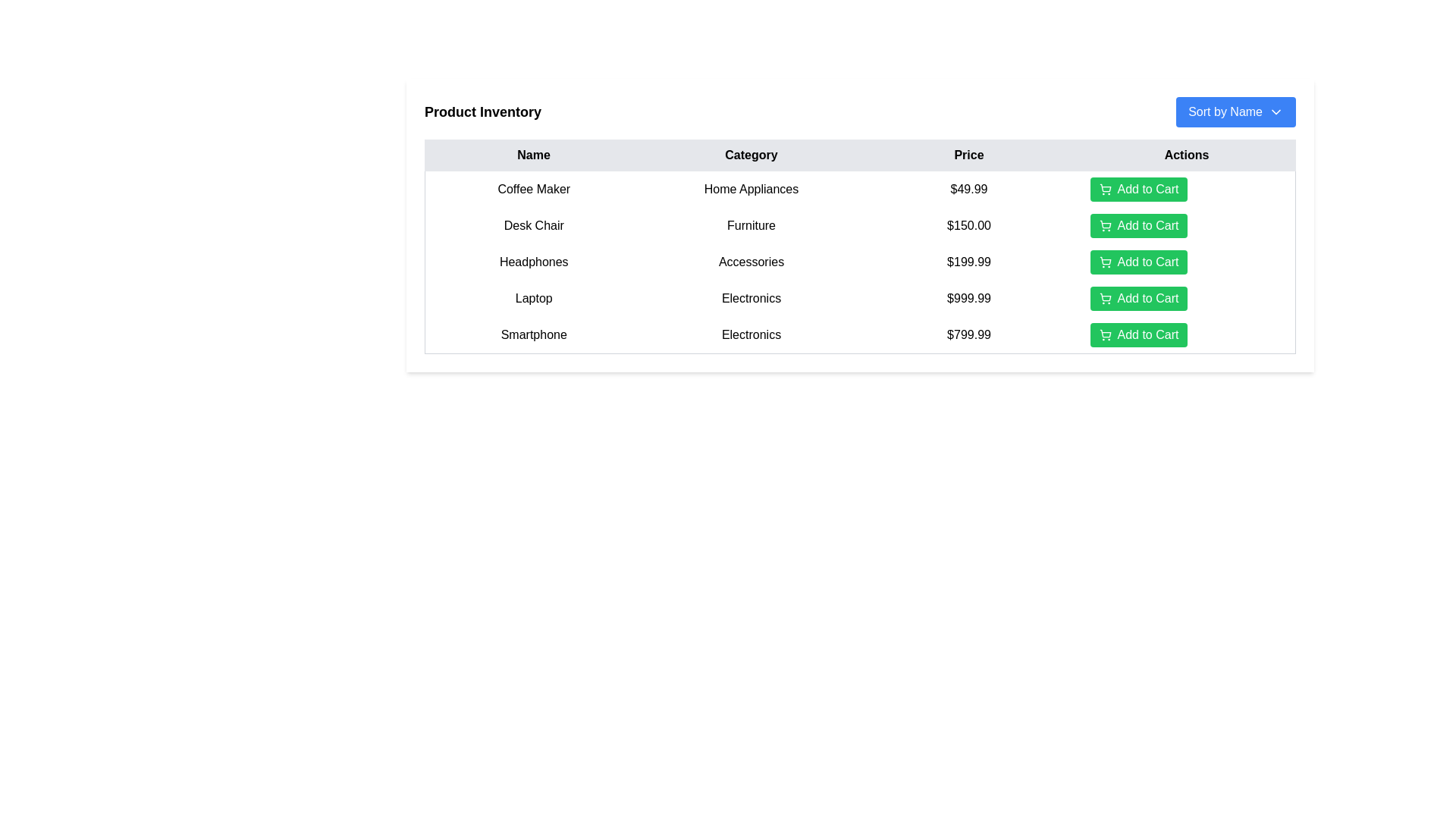 This screenshot has height=819, width=1456. What do you see at coordinates (1105, 225) in the screenshot?
I see `the shopping cart icon which is part of the green 'Add to Cart' button located in the 'Actions' column of the table row for the 'Desk Chair' product` at bounding box center [1105, 225].